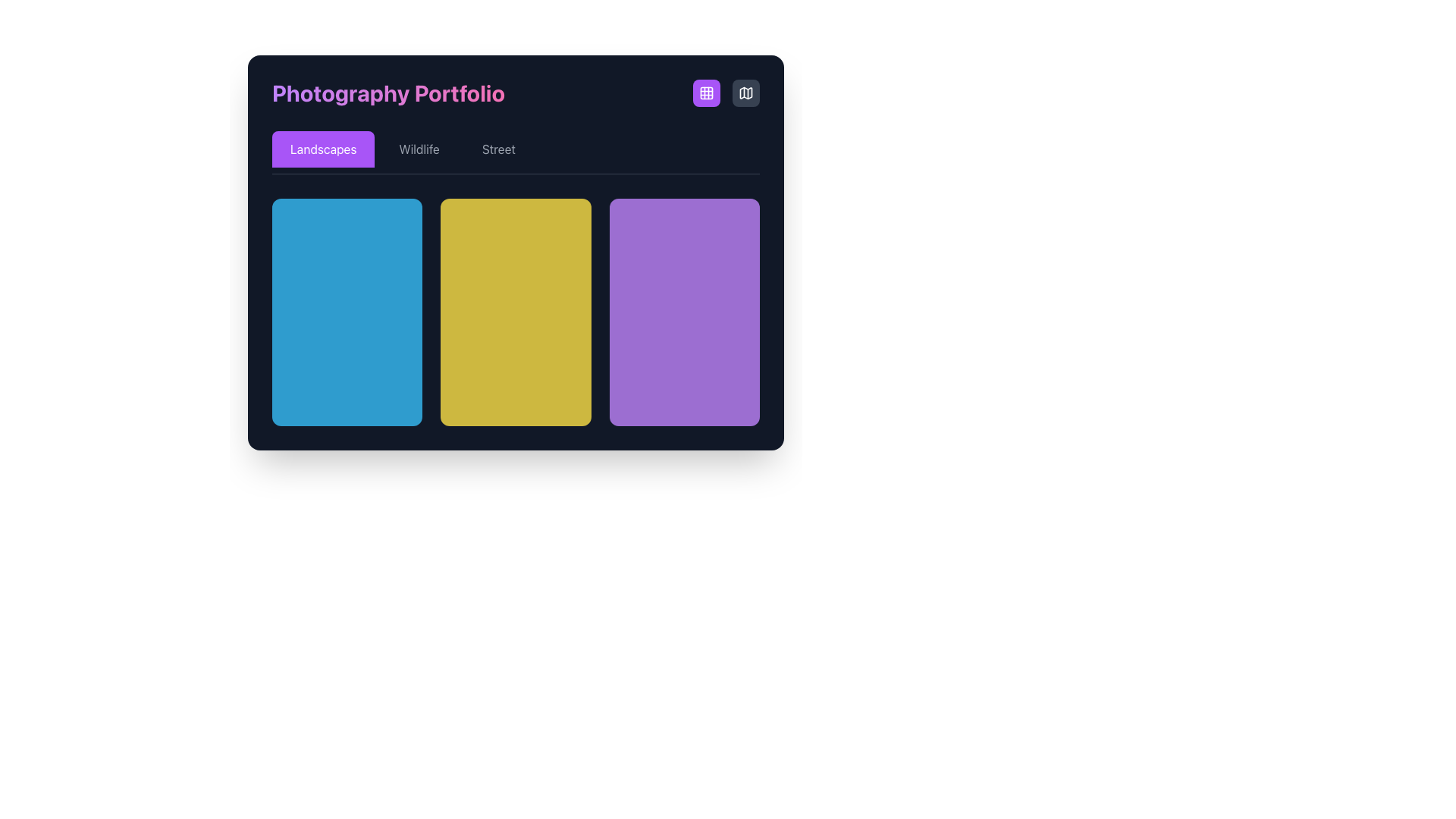  What do you see at coordinates (705, 93) in the screenshot?
I see `the toggle button for the grid view display mode located at the top-right section of the interface, adjacent to a gray button with a map-like icon` at bounding box center [705, 93].